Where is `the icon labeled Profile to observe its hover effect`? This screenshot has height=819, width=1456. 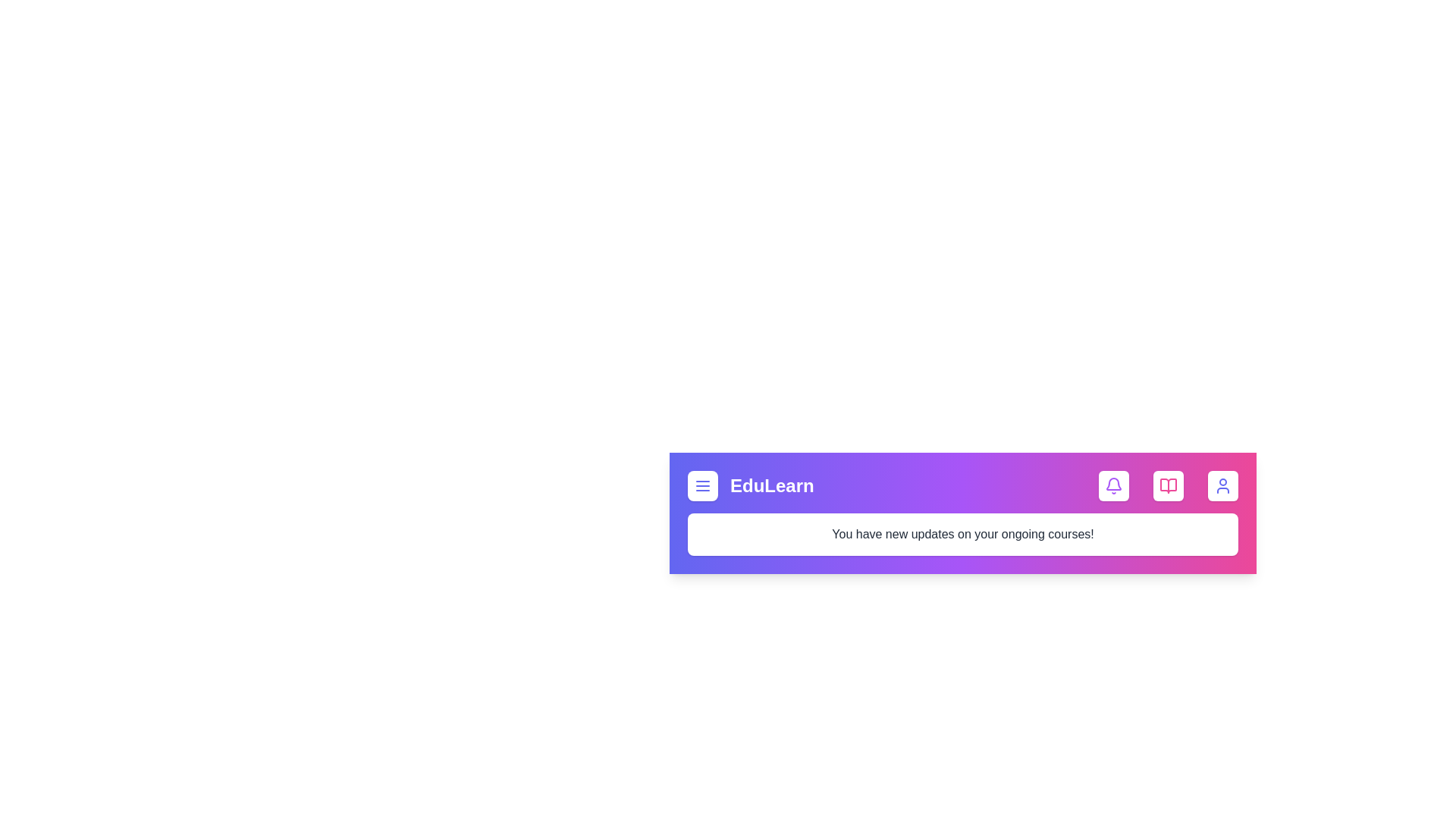
the icon labeled Profile to observe its hover effect is located at coordinates (1222, 485).